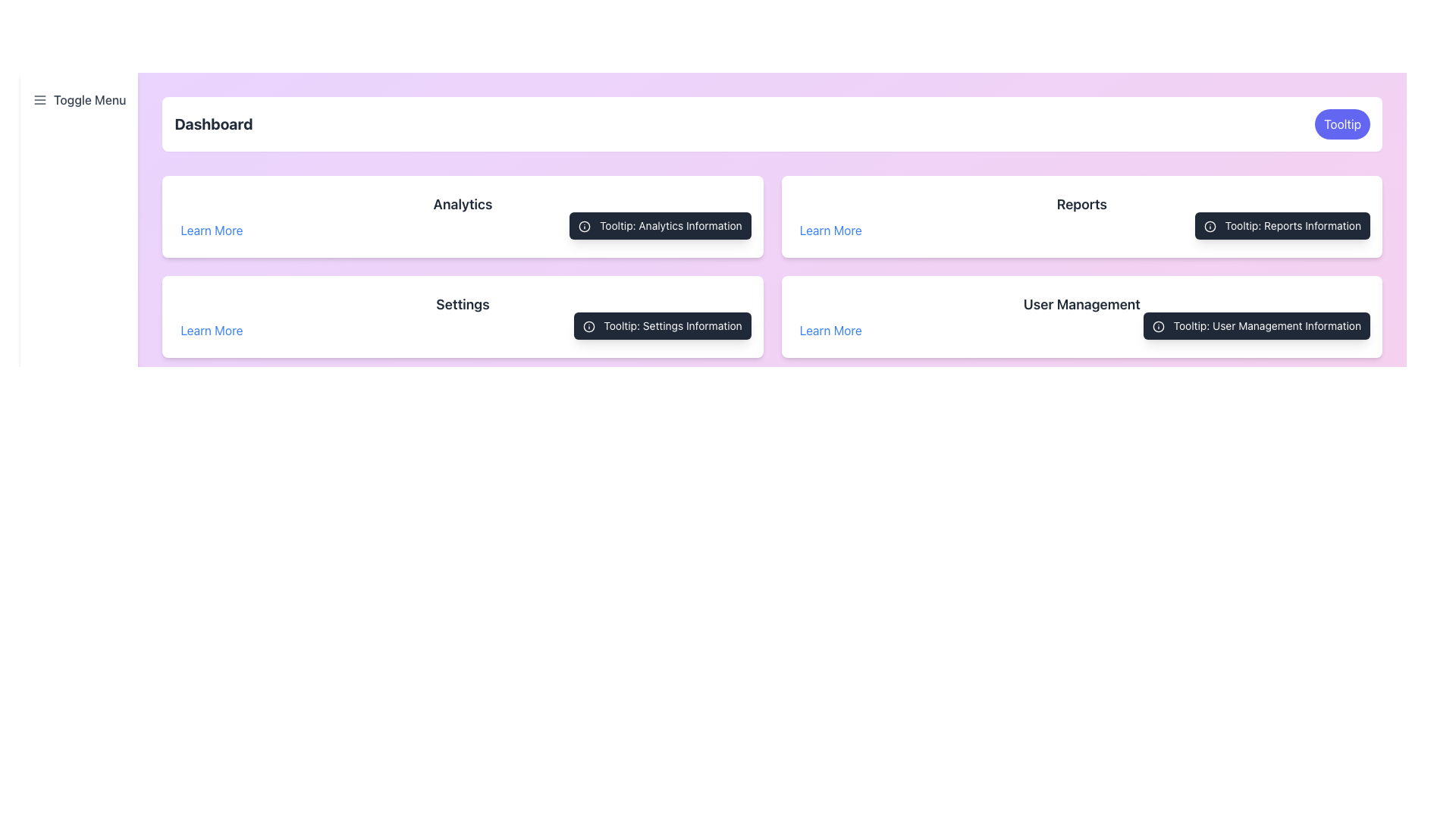 The height and width of the screenshot is (819, 1456). Describe the element at coordinates (462, 304) in the screenshot. I see `the bold 'Settings' text label located centrally within the third card from the top in the column layout, which stands out in dark gray against a light background` at that location.